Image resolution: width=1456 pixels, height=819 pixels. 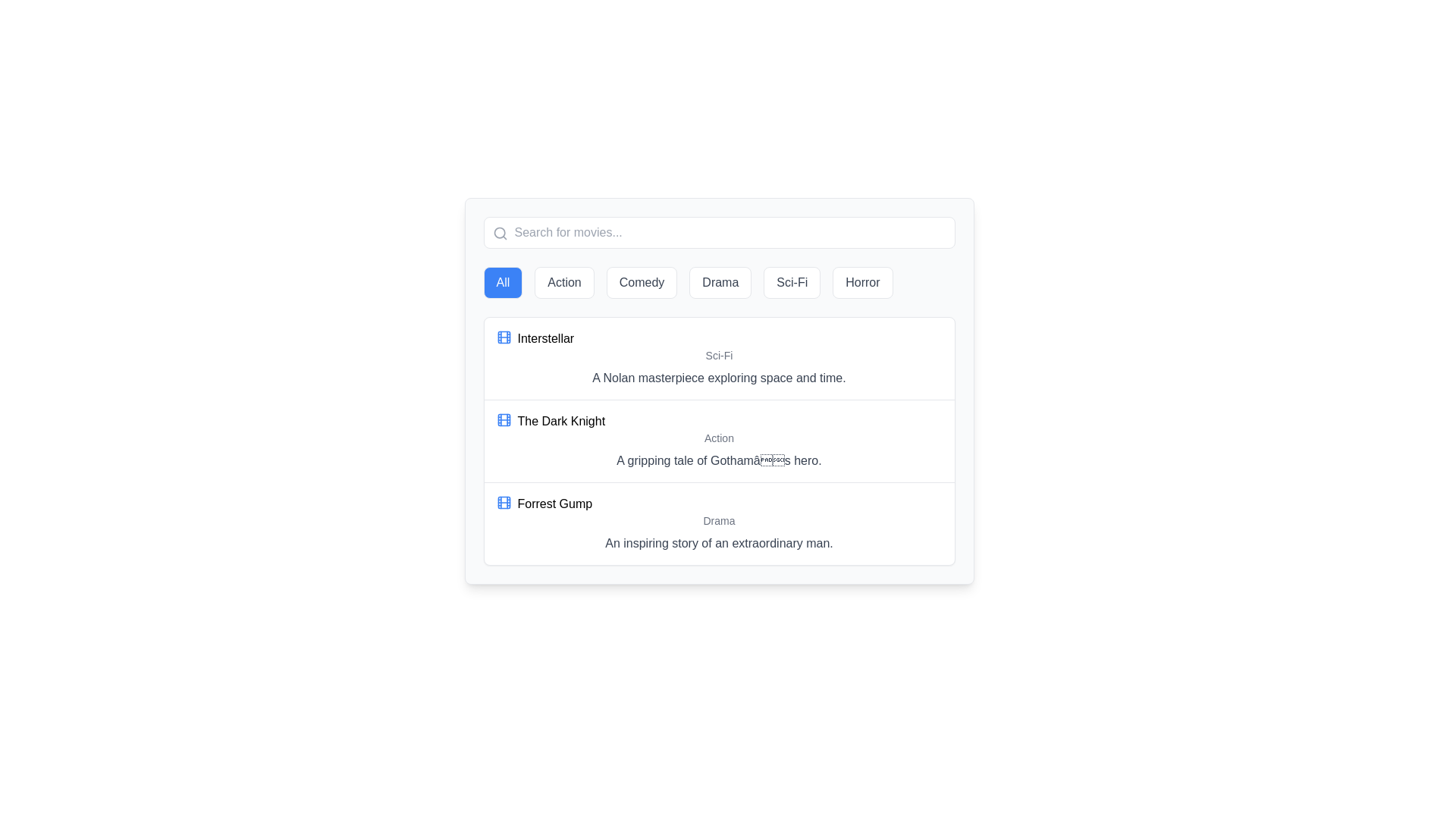 What do you see at coordinates (718, 519) in the screenshot?
I see `the text element displaying 'Drama', which is located beneath the title 'Forrest Gump' and above the description text` at bounding box center [718, 519].